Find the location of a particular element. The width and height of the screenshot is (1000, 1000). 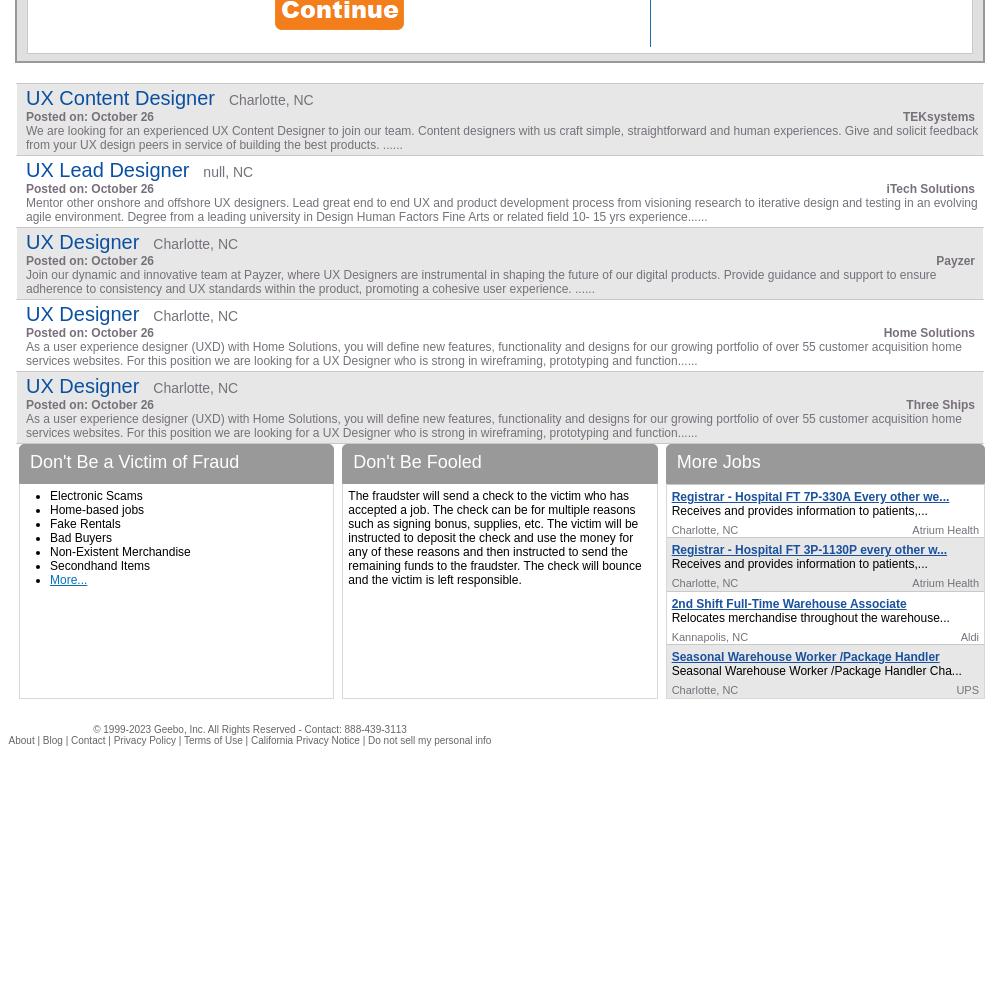

'Aldi' is located at coordinates (968, 636).